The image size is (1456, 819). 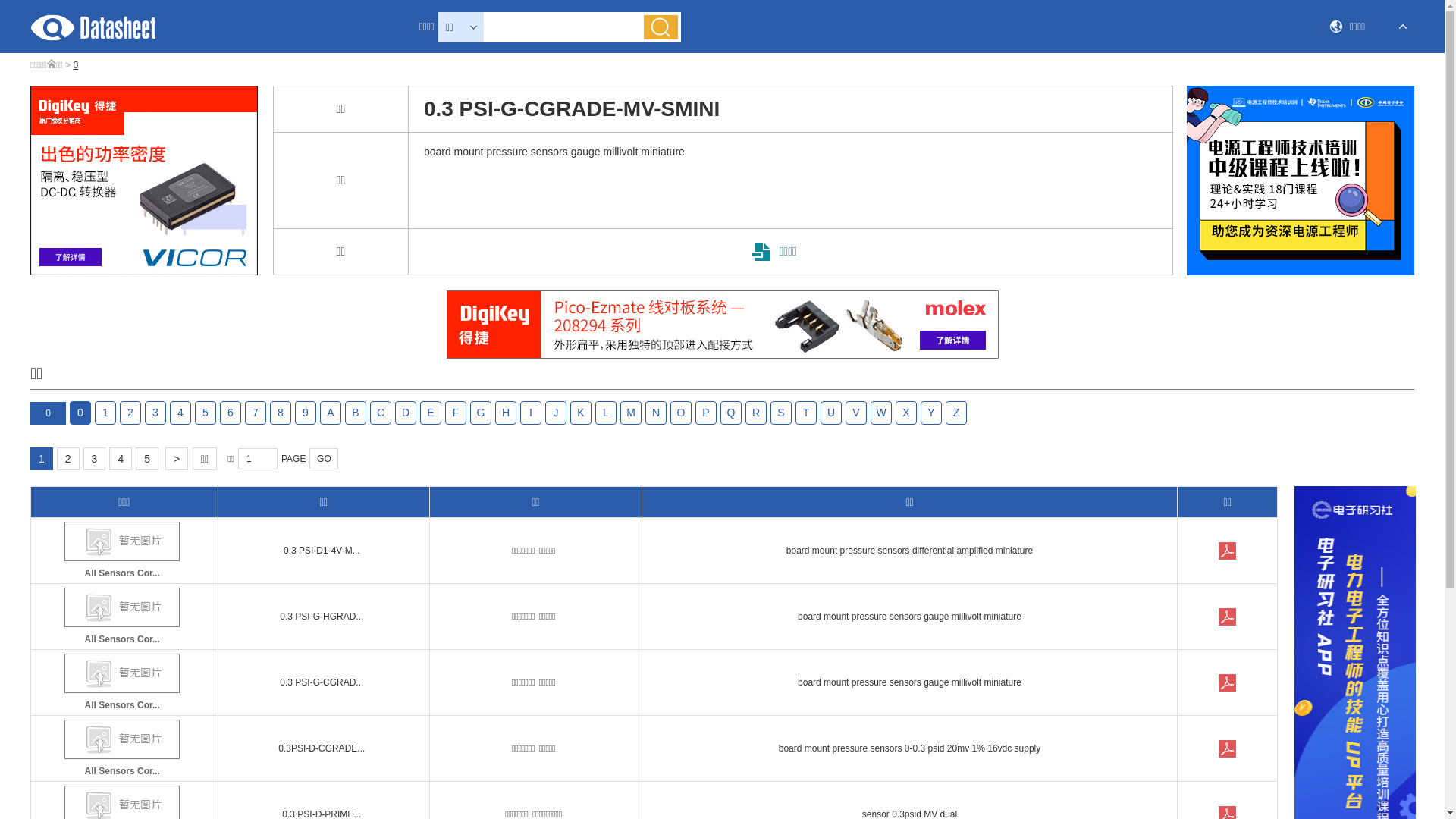 I want to click on 'All Sensors Cor...', so click(x=122, y=749).